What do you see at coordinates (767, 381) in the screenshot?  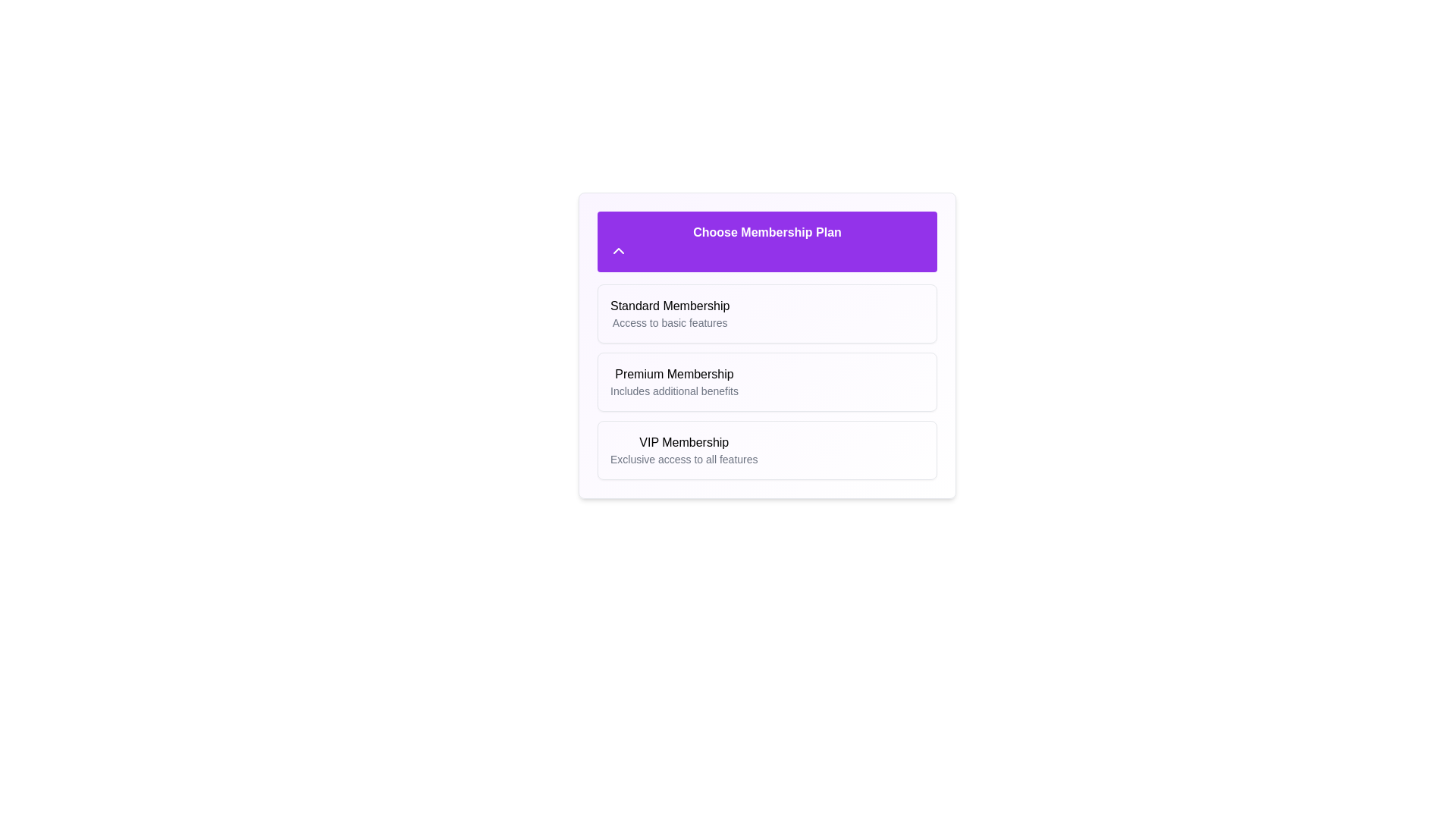 I see `the 'Premium Membership' informational card, which is the second card in the vertical list of membership options, centrally located between the 'Standard Membership' and 'VIP Membership' cards` at bounding box center [767, 381].